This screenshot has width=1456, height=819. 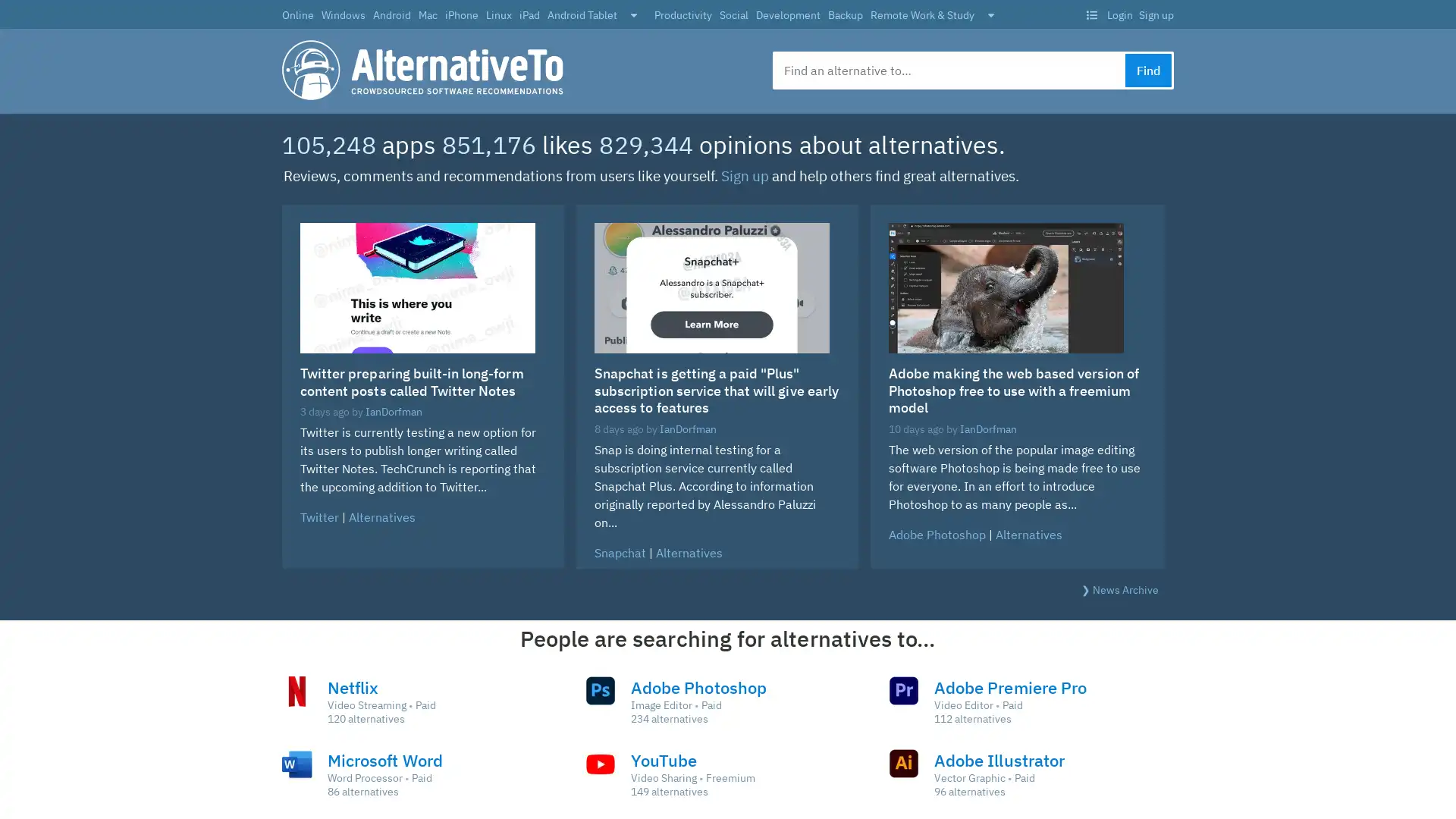 What do you see at coordinates (633, 16) in the screenshot?
I see `Show all platforms` at bounding box center [633, 16].